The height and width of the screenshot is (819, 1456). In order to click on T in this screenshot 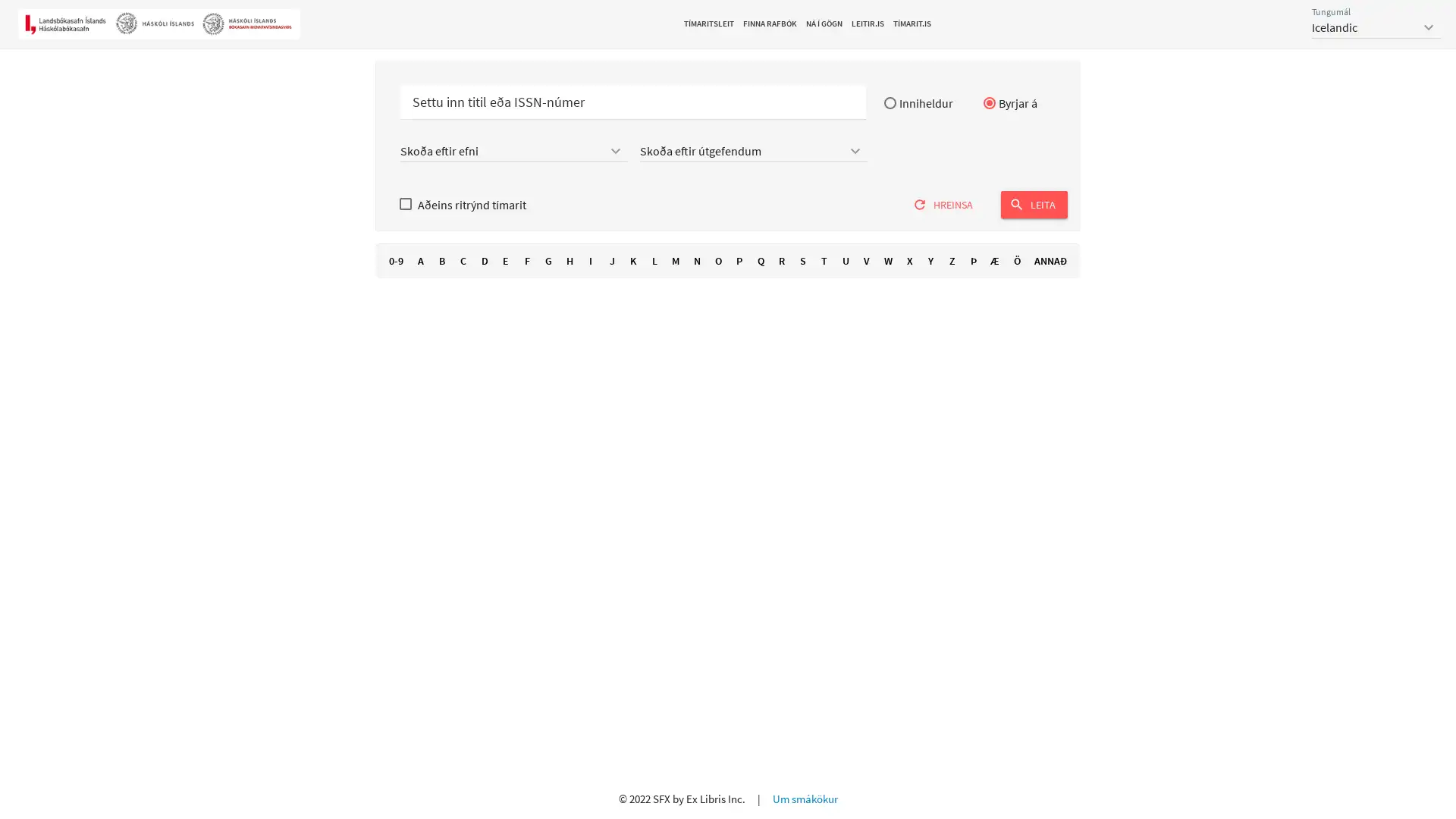, I will do `click(823, 259)`.